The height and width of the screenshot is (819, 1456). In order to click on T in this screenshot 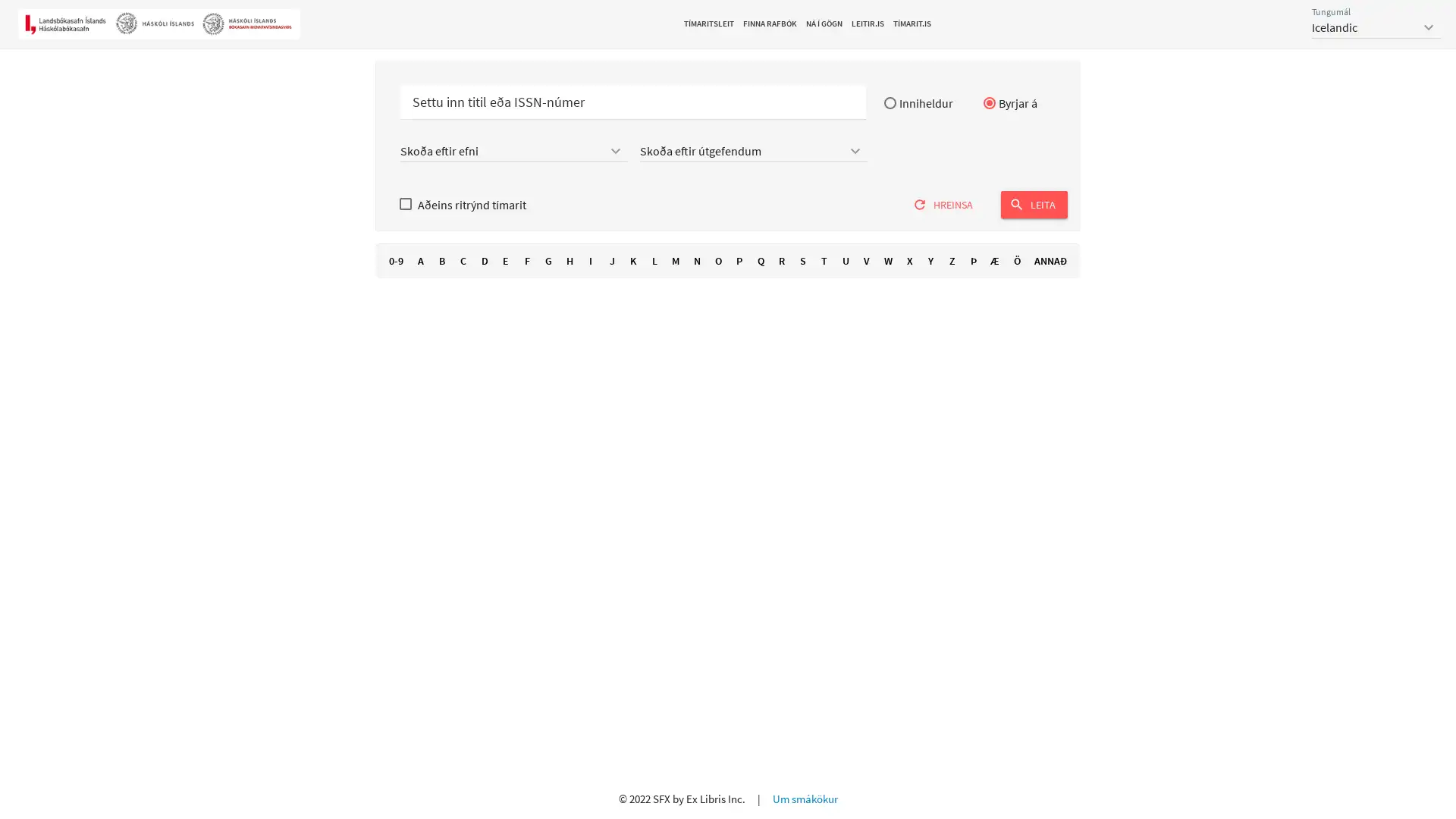, I will do `click(823, 259)`.